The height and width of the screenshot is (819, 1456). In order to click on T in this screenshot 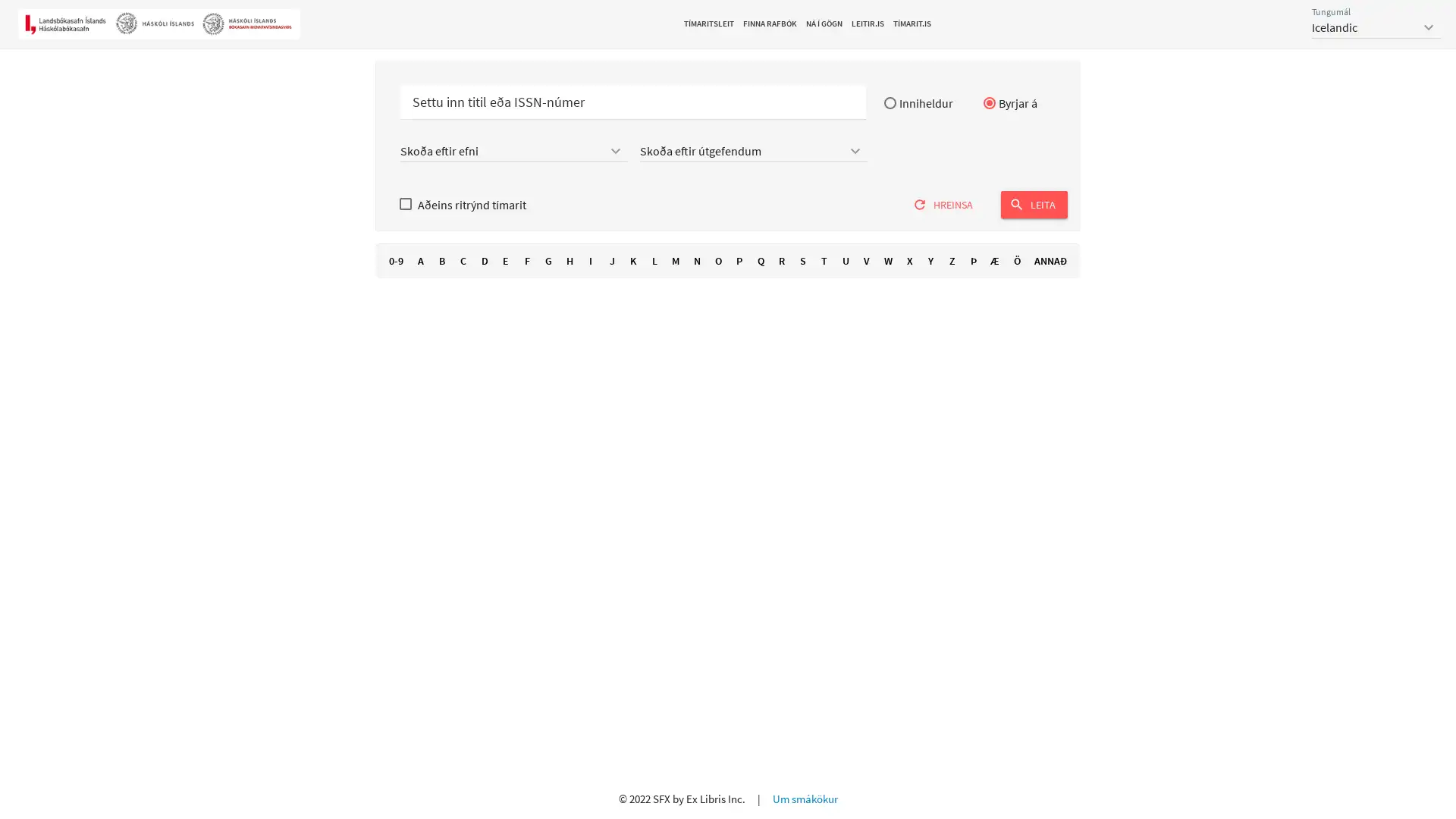, I will do `click(823, 259)`.